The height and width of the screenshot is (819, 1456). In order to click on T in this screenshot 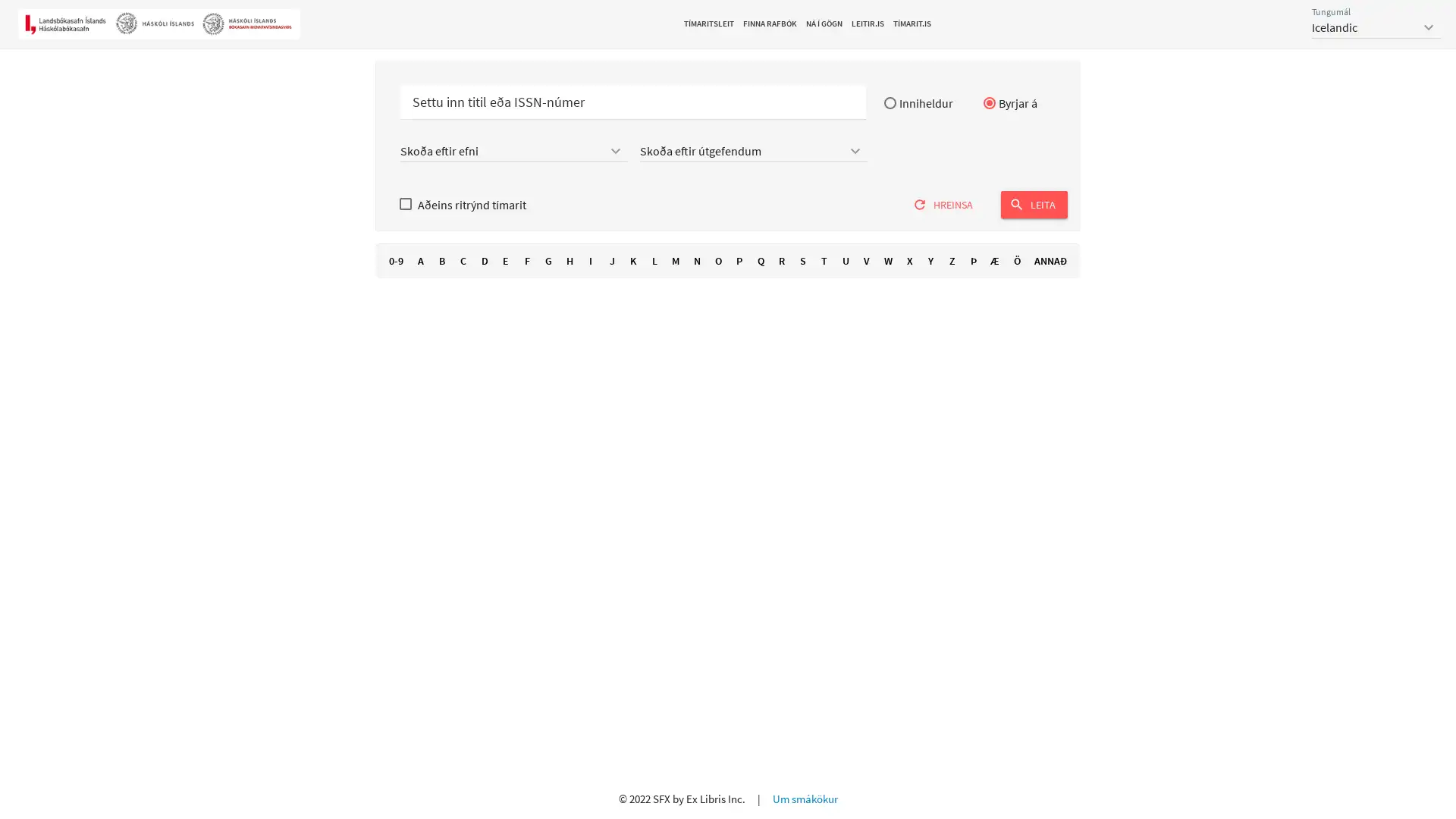, I will do `click(823, 259)`.